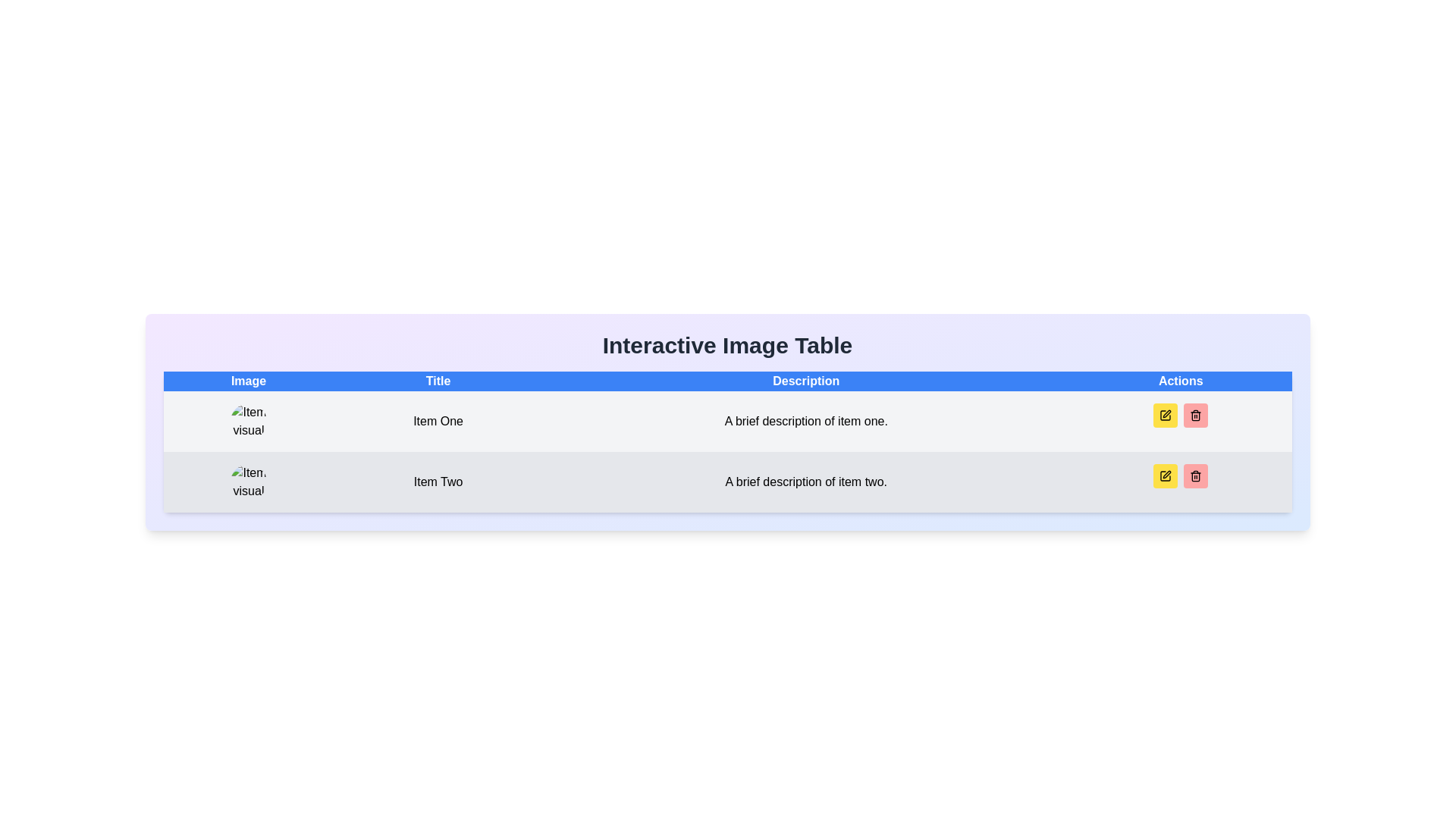 The image size is (1456, 819). I want to click on the red delete button with a trashcan icon located in the actions column of the second row, positioned to the right of the yellow edit button, to observe its hover effects, so click(1195, 415).